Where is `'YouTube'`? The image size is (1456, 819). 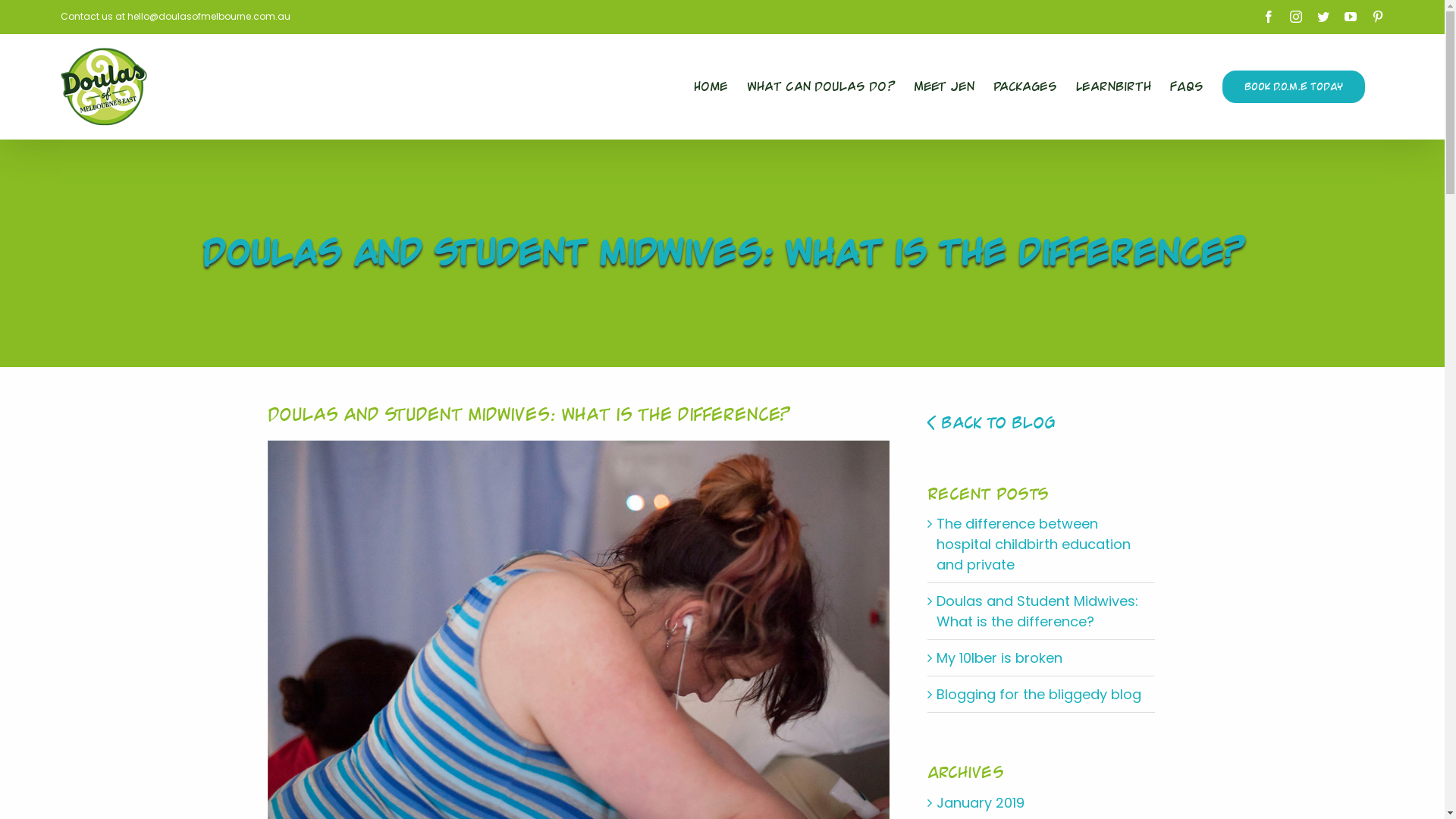 'YouTube' is located at coordinates (1344, 17).